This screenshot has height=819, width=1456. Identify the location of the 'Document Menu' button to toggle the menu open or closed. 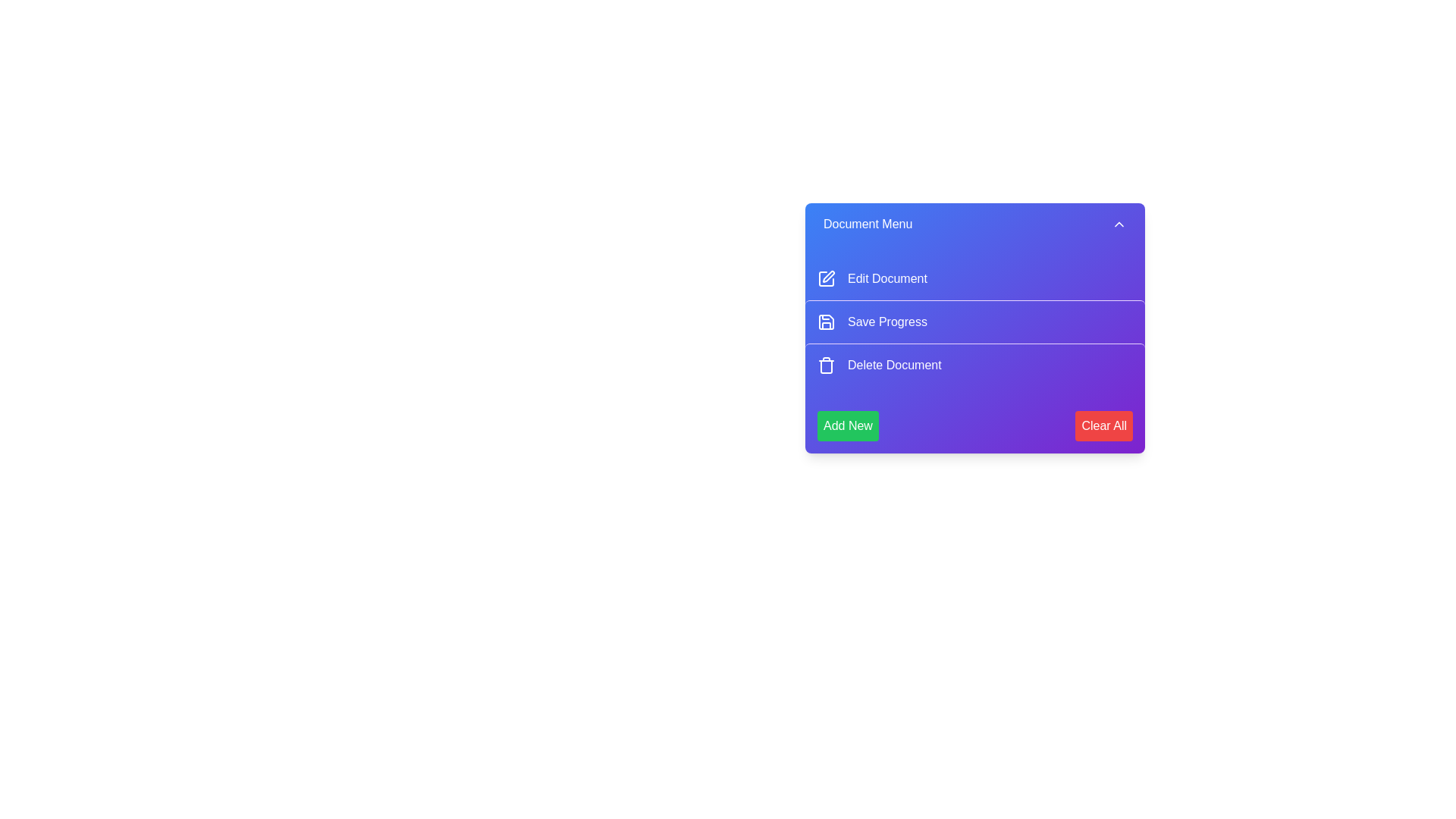
(975, 224).